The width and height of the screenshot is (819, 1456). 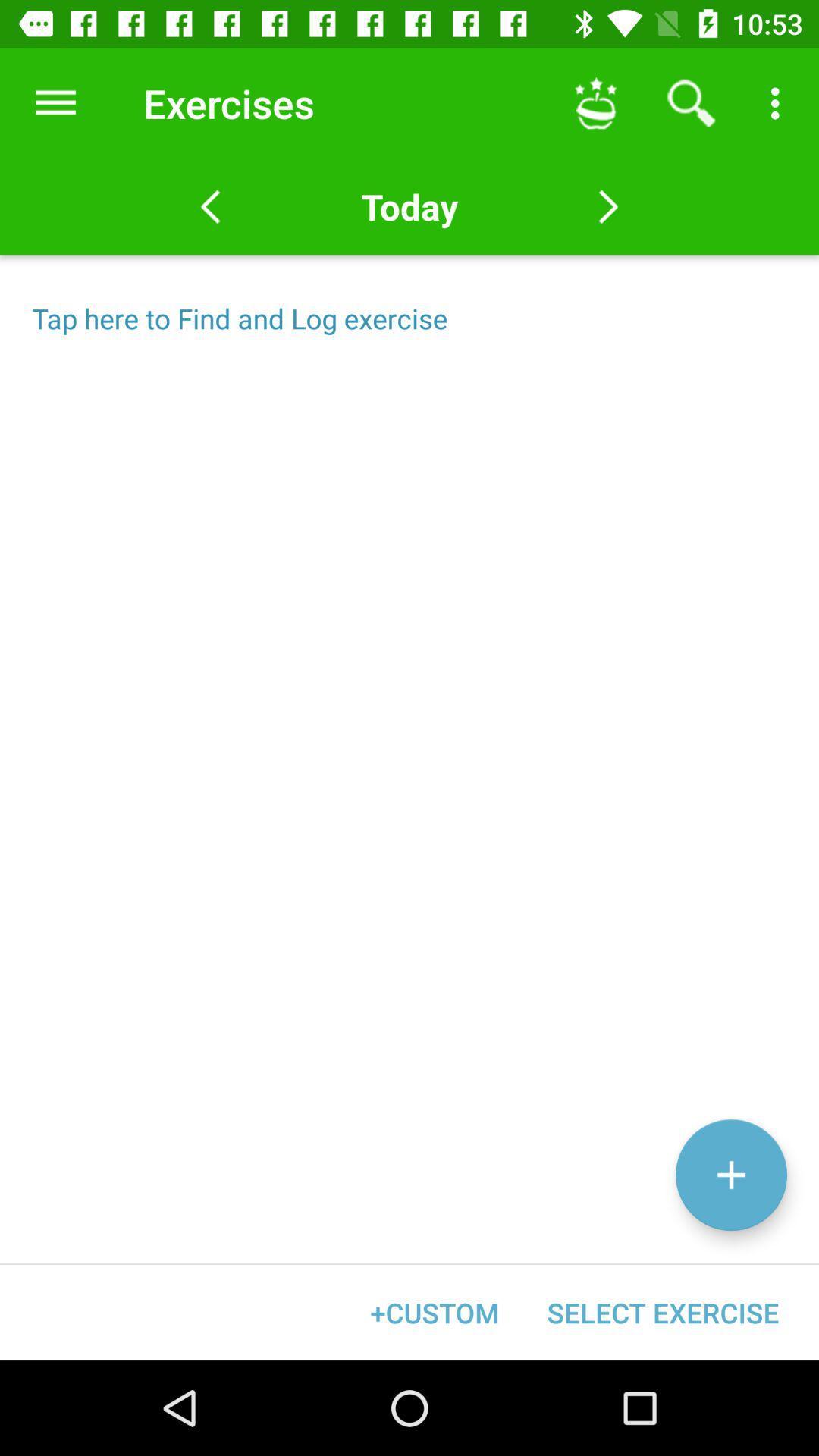 I want to click on the item at the top, so click(x=409, y=206).